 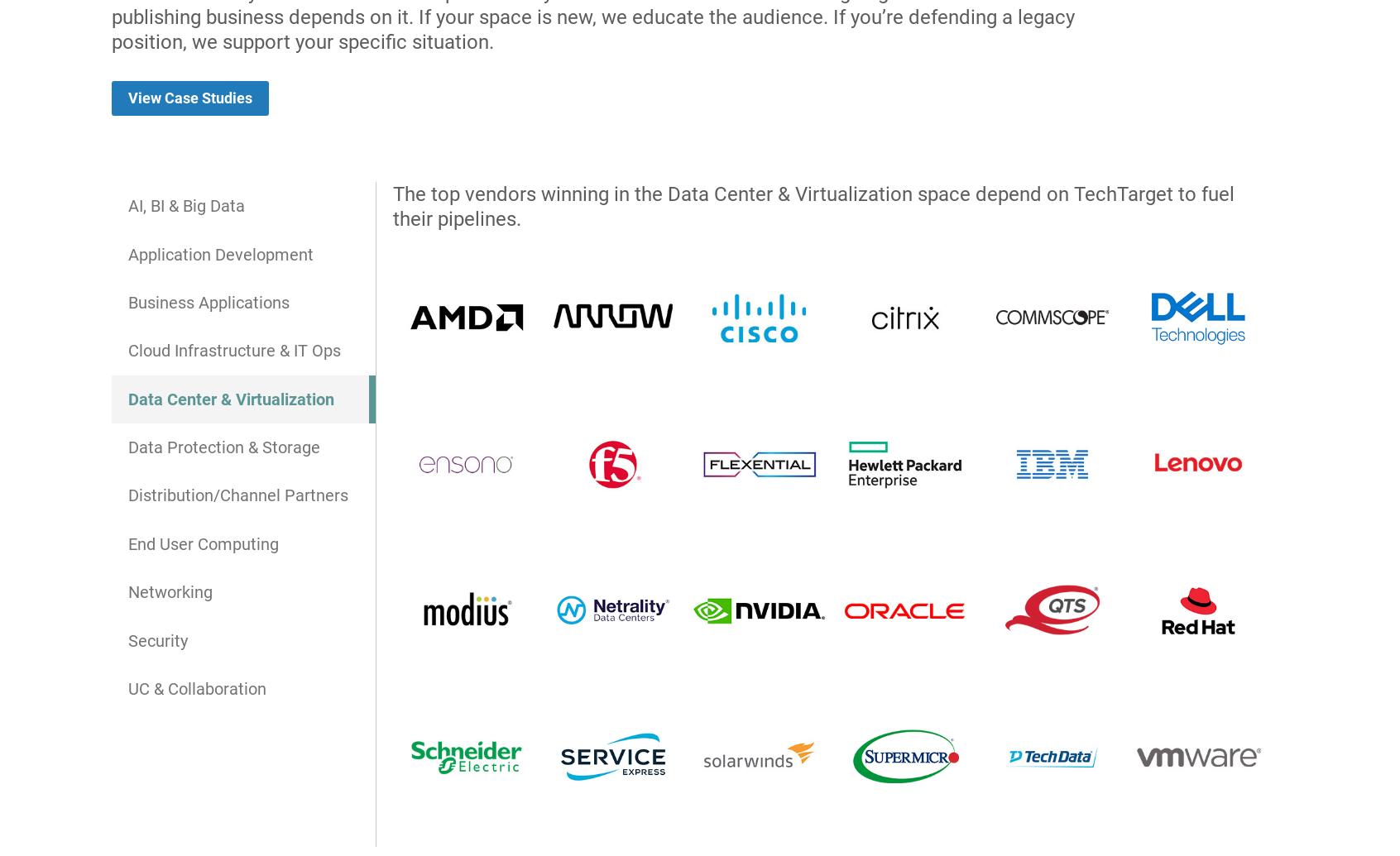 I want to click on 'Networking', so click(x=169, y=591).